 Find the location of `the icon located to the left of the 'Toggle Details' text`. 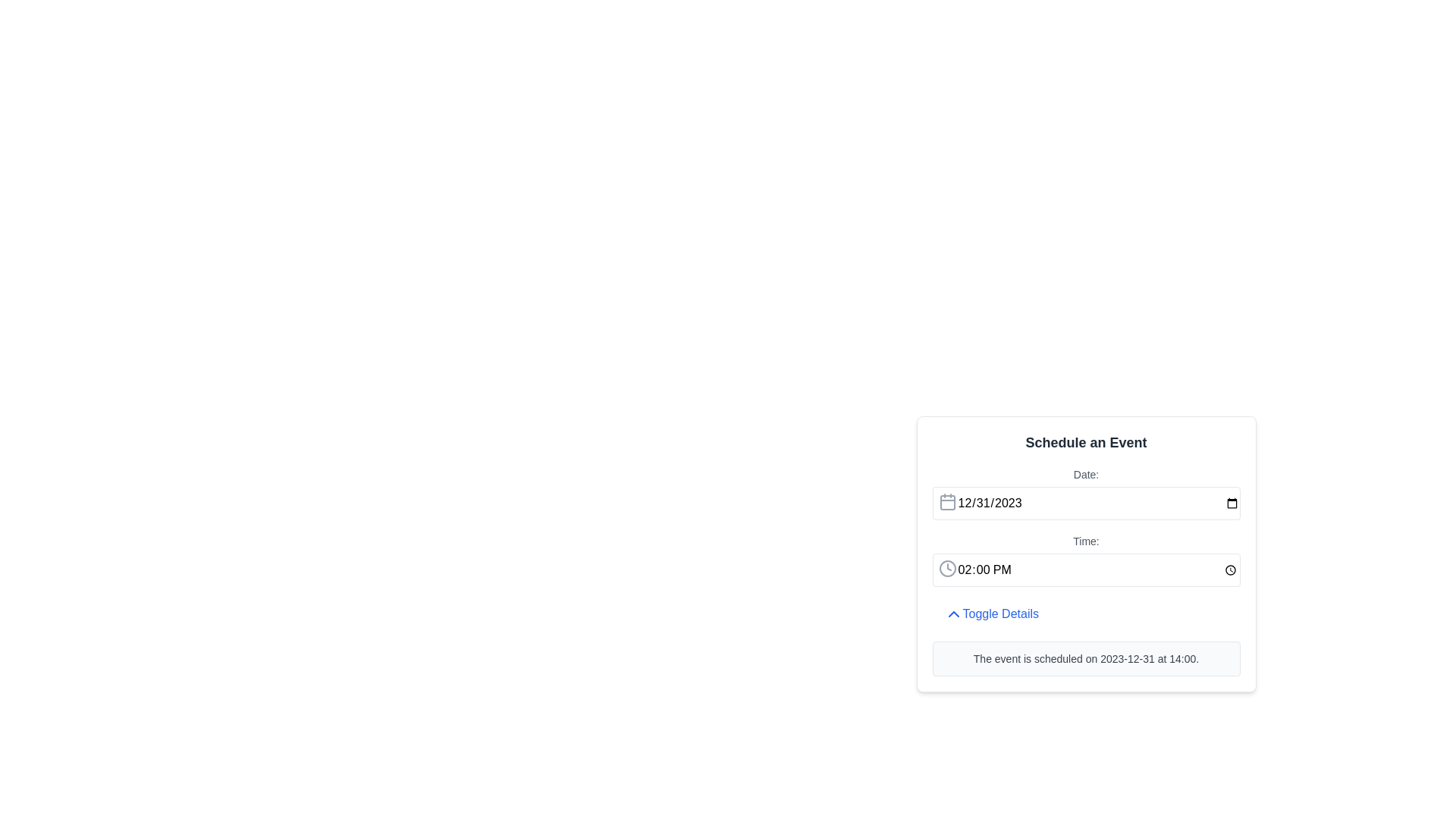

the icon located to the left of the 'Toggle Details' text is located at coordinates (952, 614).